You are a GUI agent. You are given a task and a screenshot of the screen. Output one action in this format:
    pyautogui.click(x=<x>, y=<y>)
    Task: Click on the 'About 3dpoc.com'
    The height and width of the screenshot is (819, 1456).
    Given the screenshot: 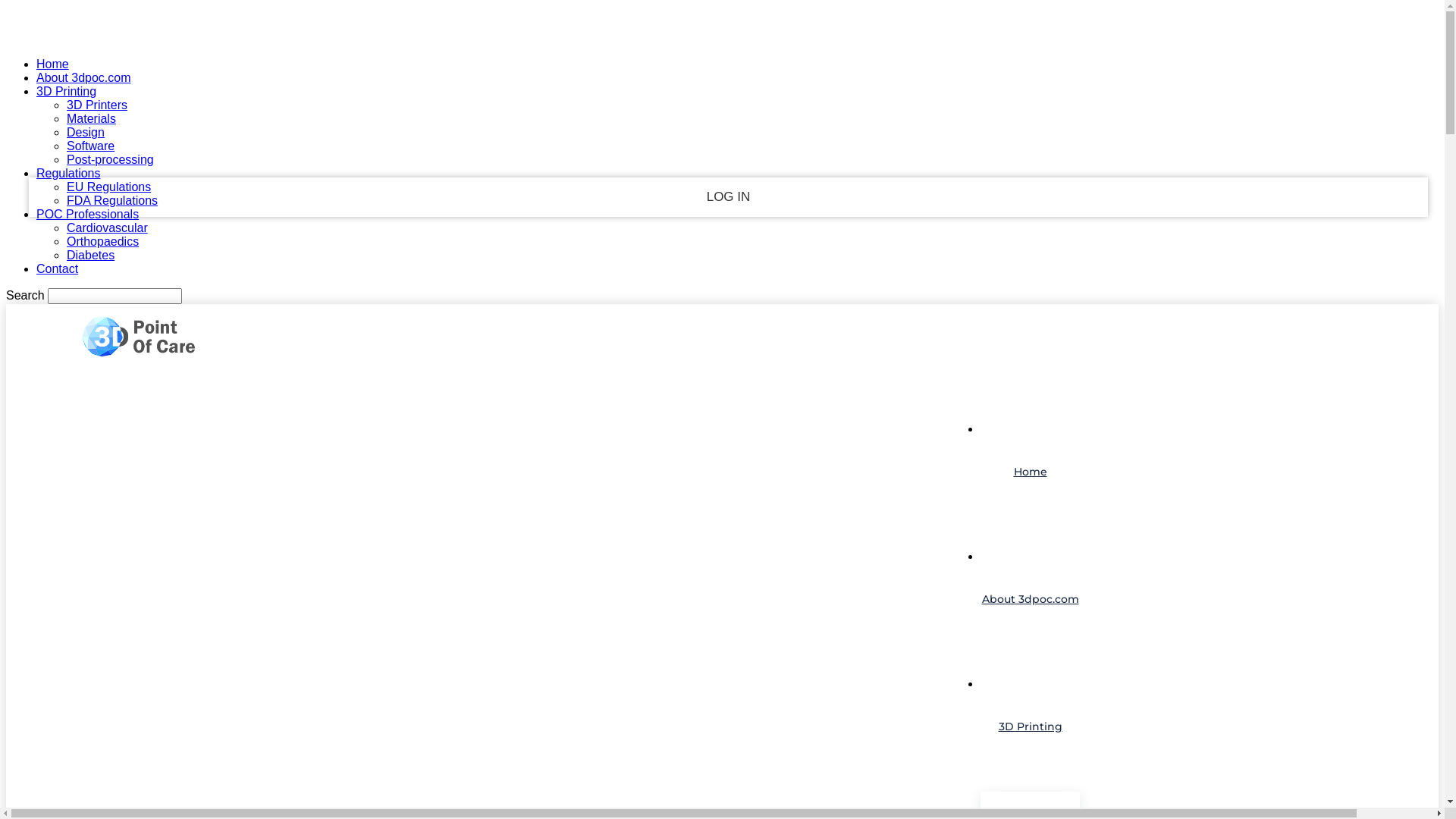 What is the action you would take?
    pyautogui.click(x=83, y=77)
    